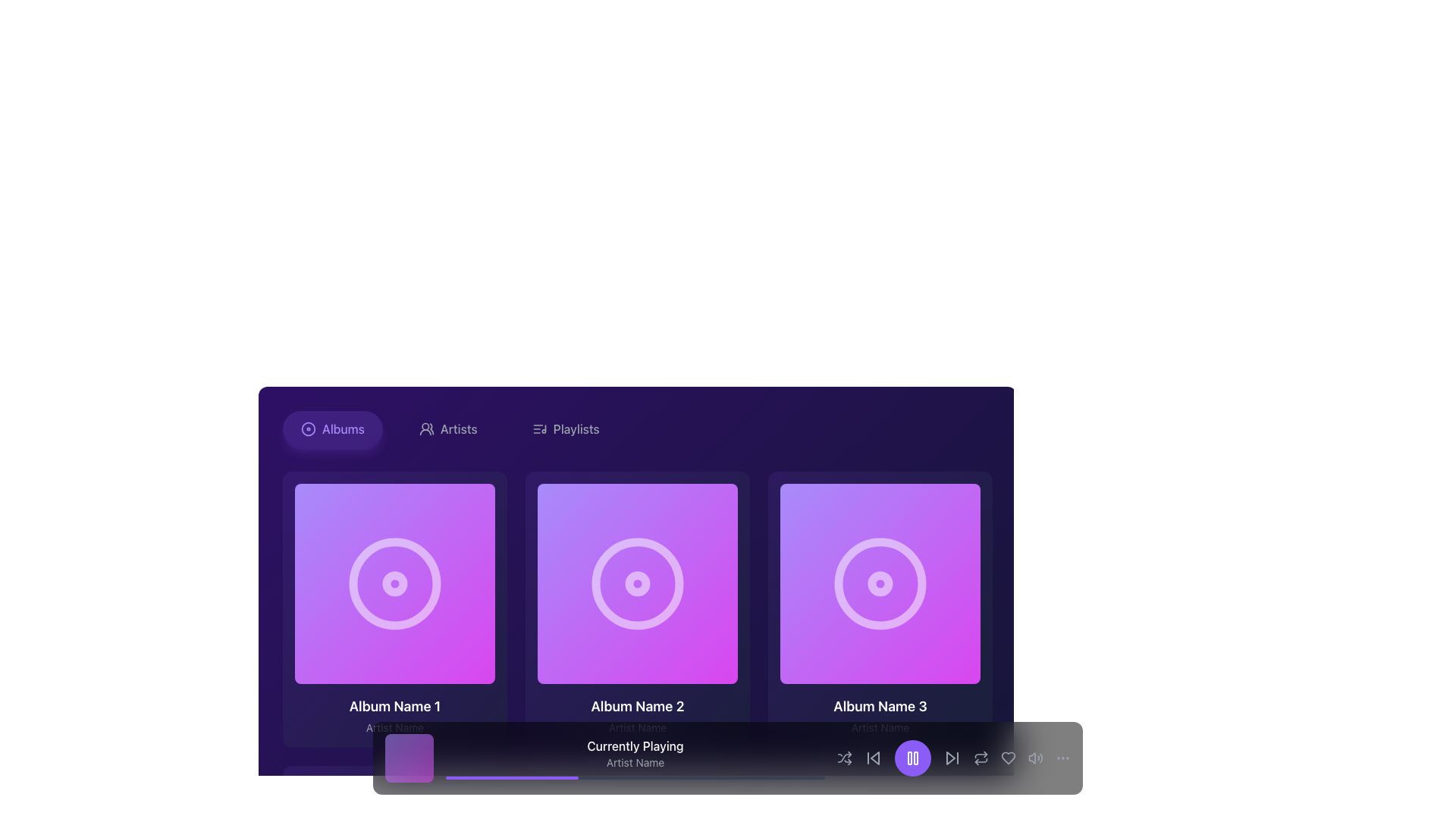 Image resolution: width=1456 pixels, height=819 pixels. Describe the element at coordinates (637, 583) in the screenshot. I see `the interactive visual album preview component representing 'Album Name 2' to play or open it` at that location.